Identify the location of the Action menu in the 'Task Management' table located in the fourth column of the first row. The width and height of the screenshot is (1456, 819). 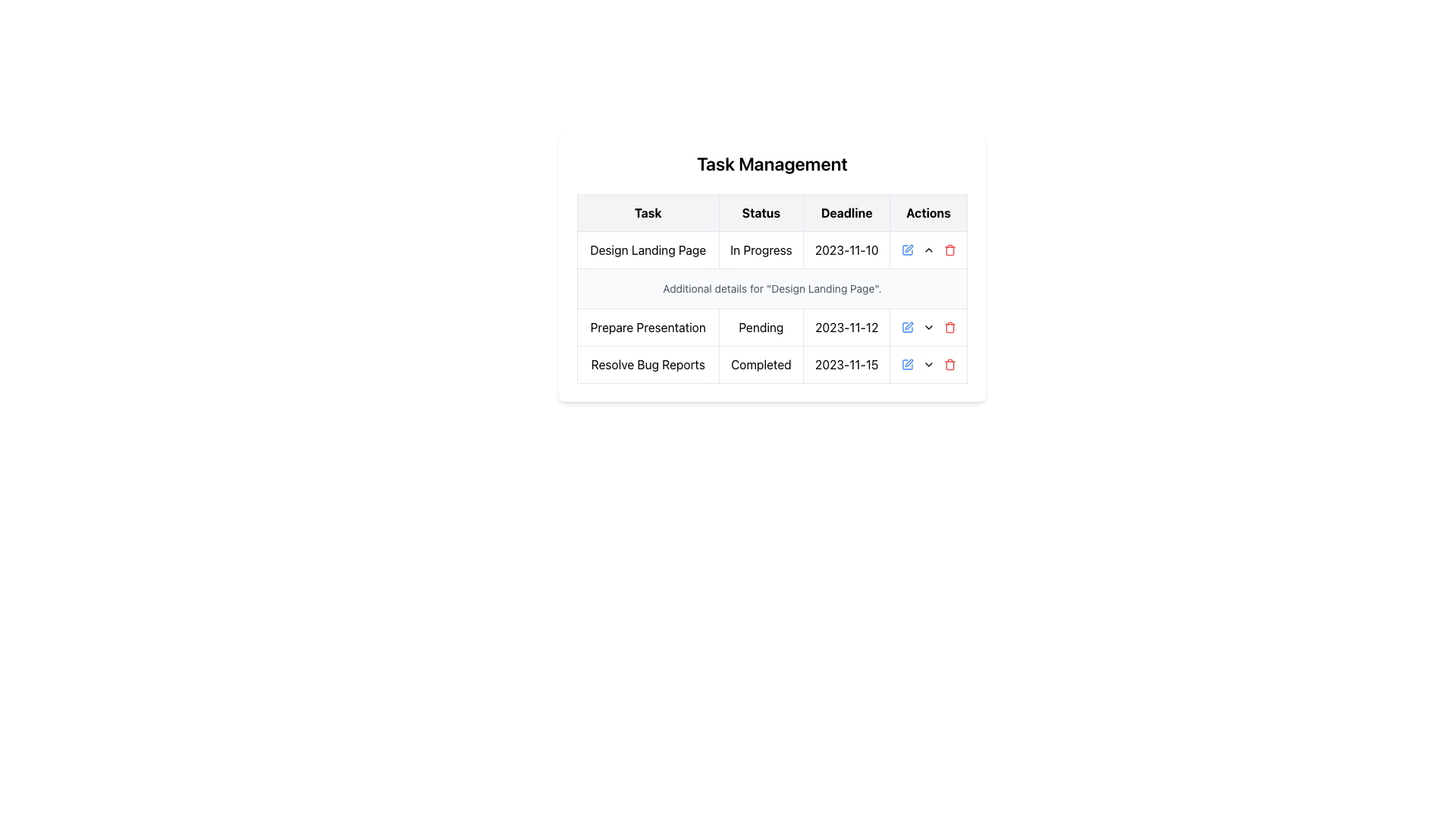
(927, 249).